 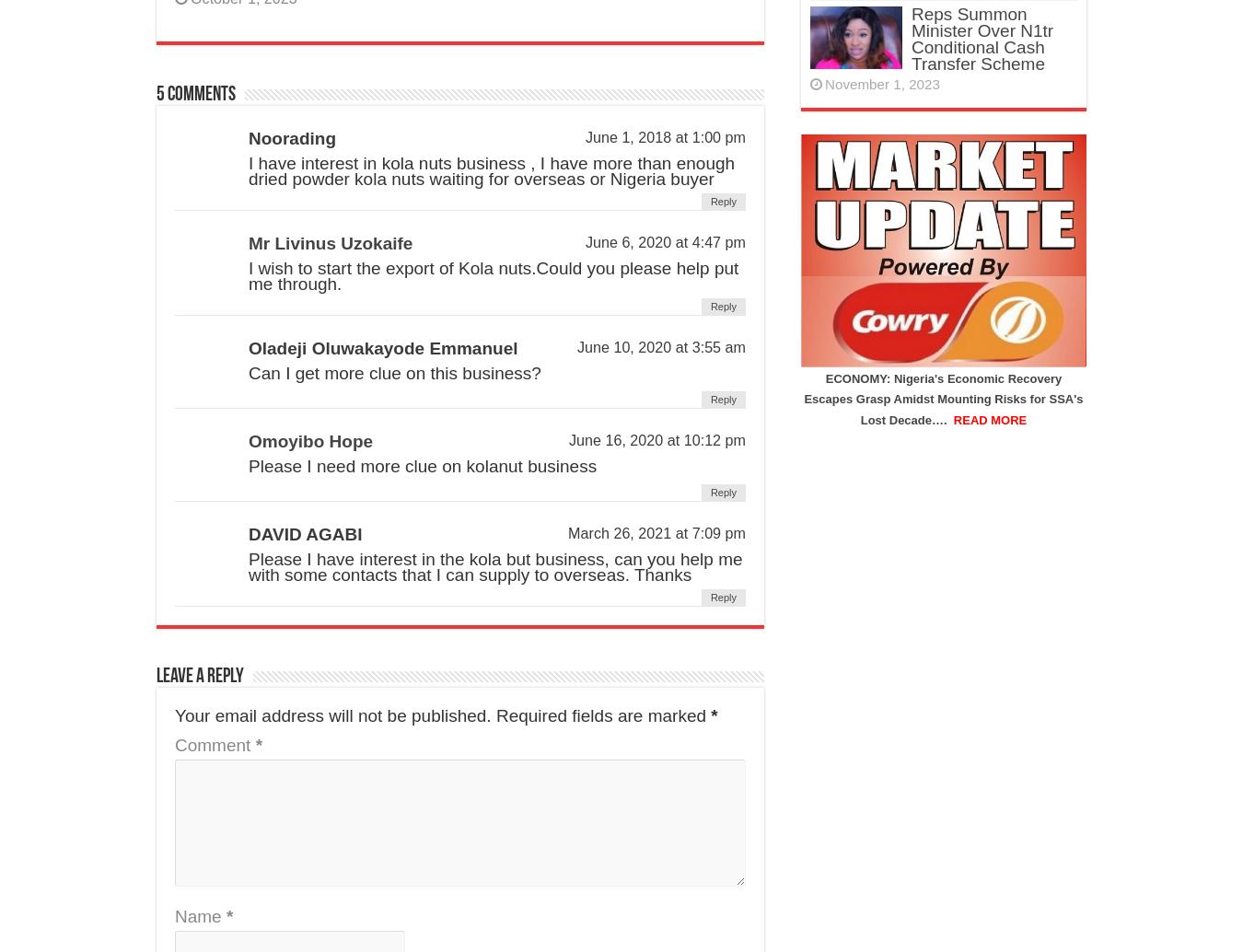 What do you see at coordinates (492, 274) in the screenshot?
I see `'I wish to start  the export of Kola nuts.Could you please help put me through.'` at bounding box center [492, 274].